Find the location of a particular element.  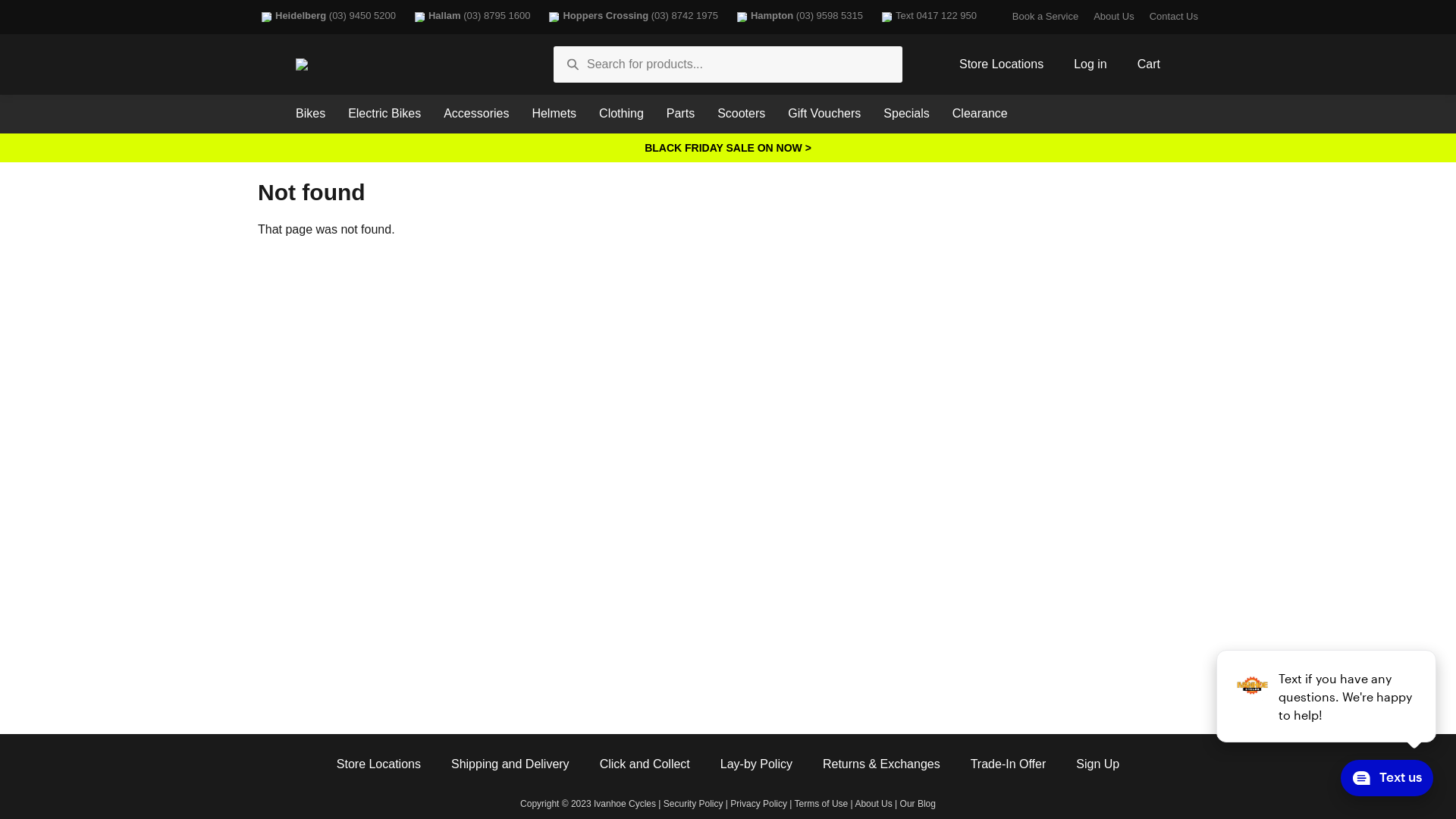

'Our Blog' is located at coordinates (917, 803).